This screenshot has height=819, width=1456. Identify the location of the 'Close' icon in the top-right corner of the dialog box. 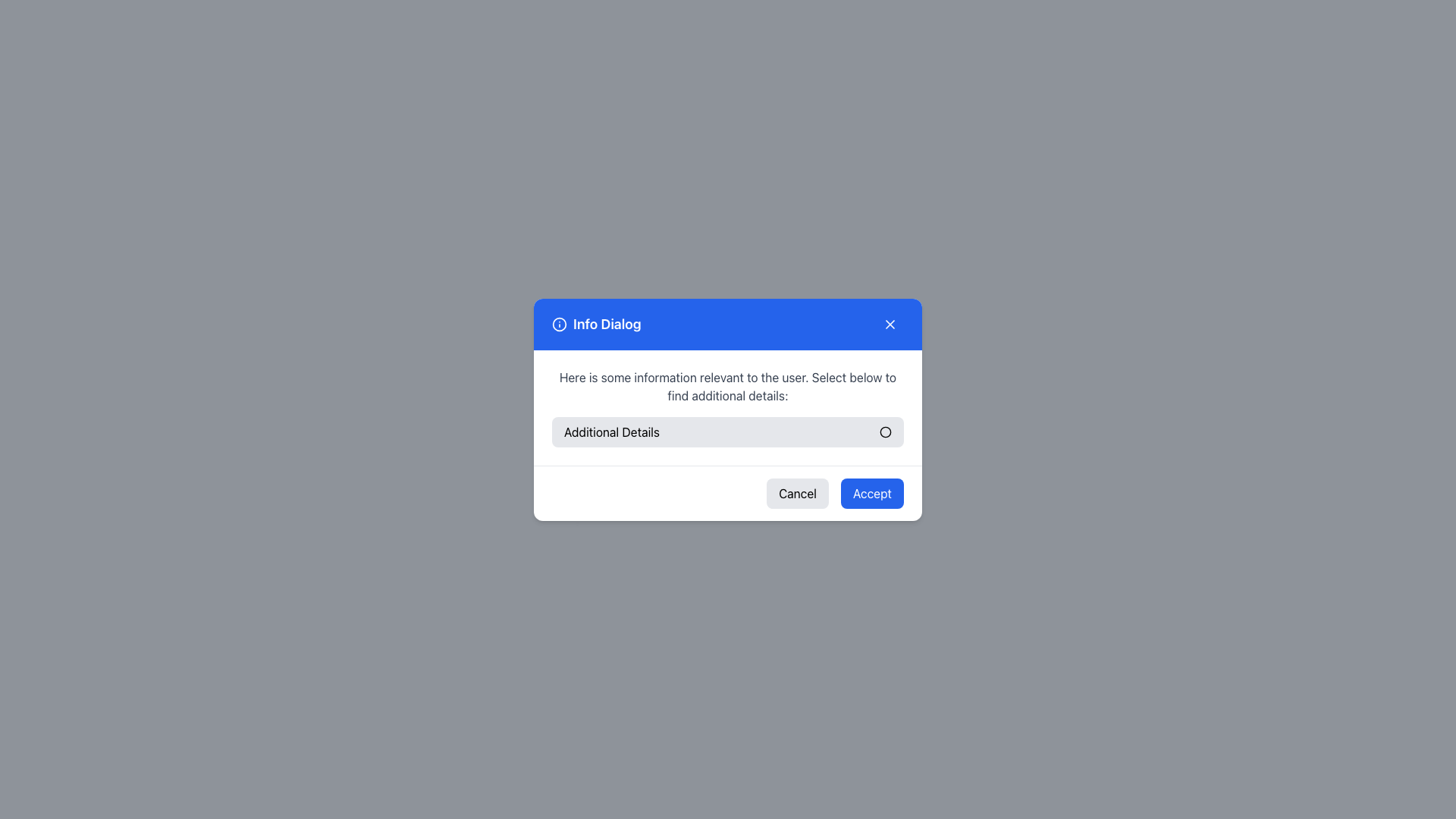
(890, 323).